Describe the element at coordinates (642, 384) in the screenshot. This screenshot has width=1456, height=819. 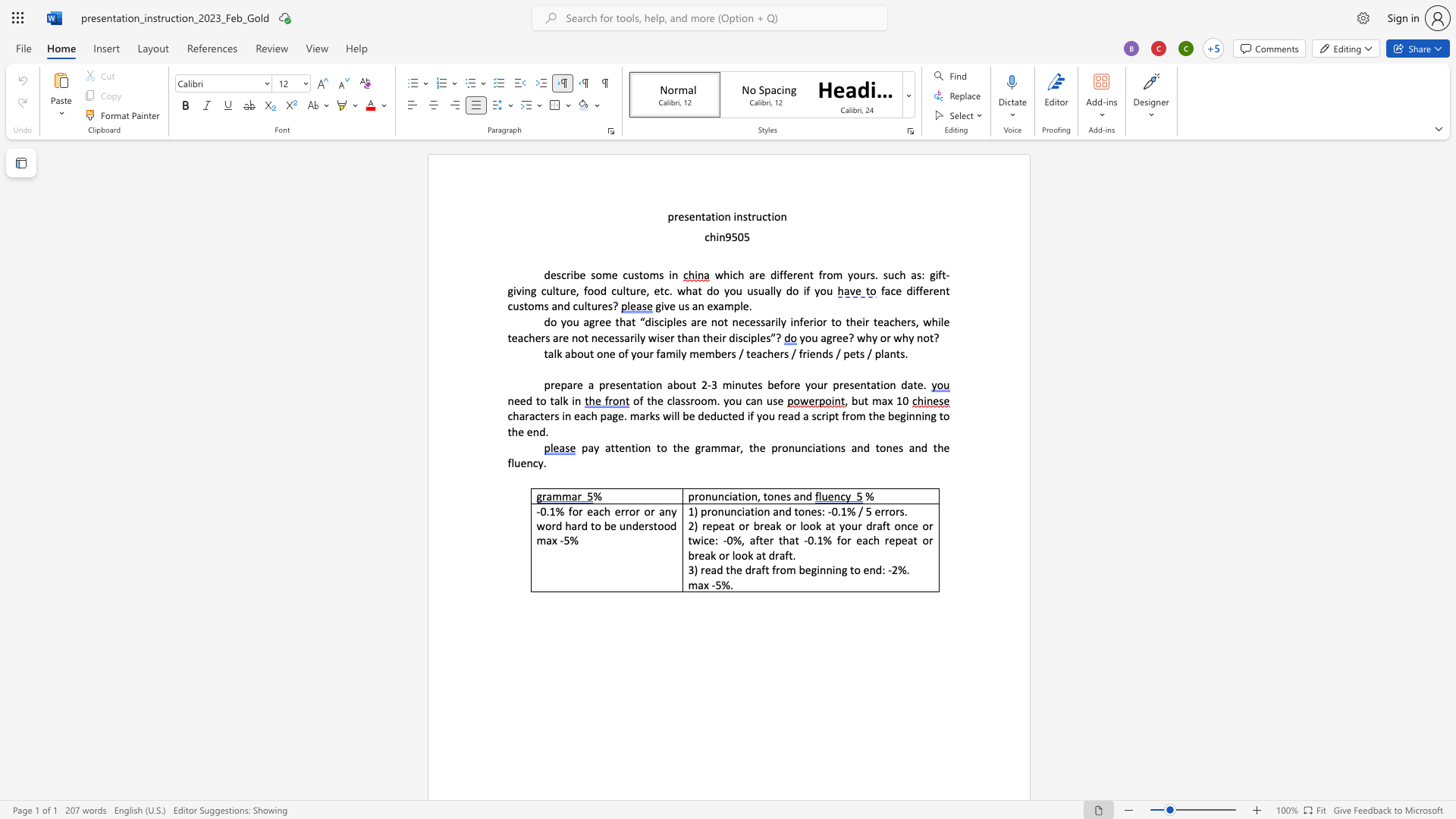
I see `the space between the continuous character "a" and "t" in the text` at that location.